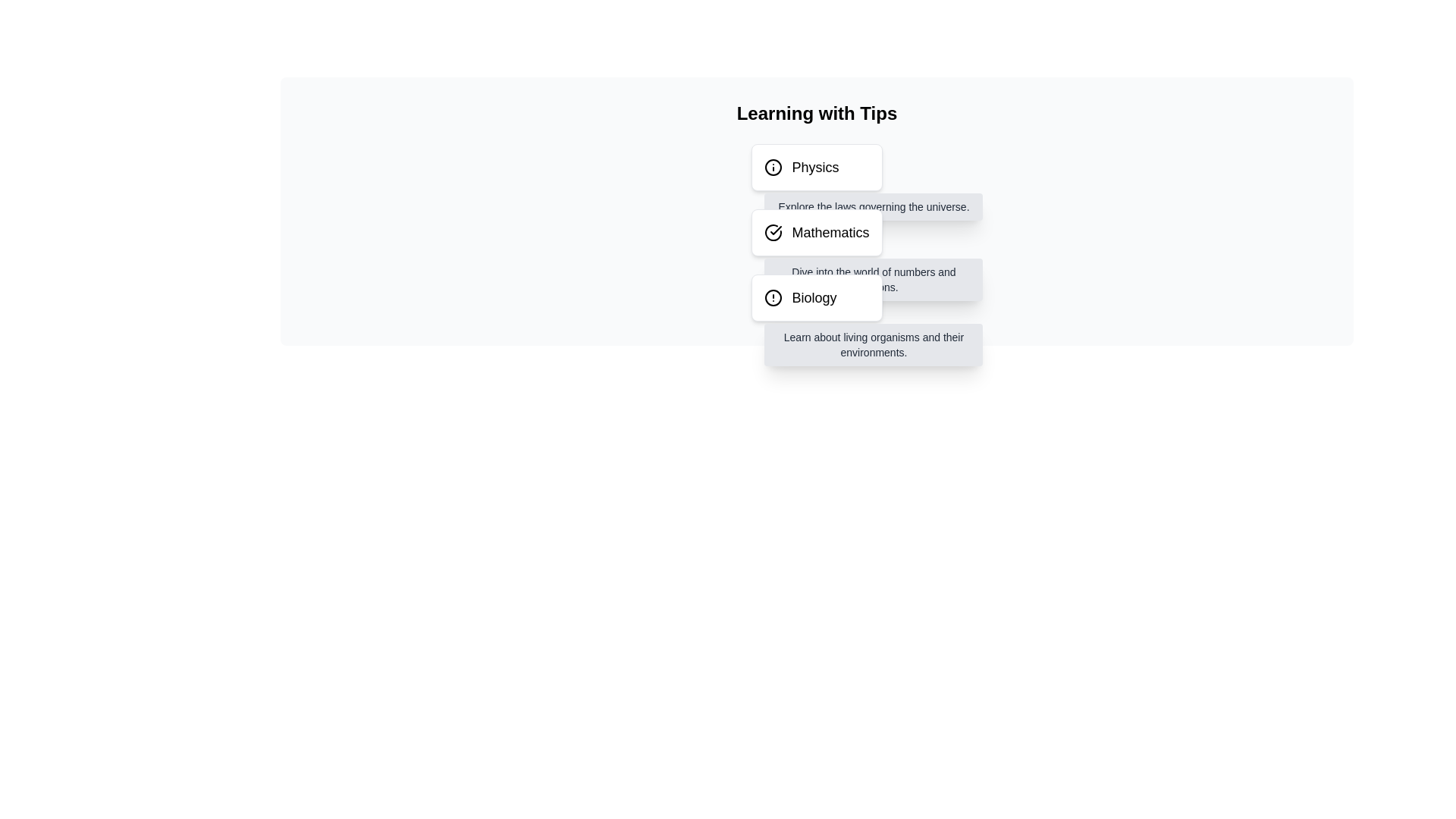 The width and height of the screenshot is (1456, 819). Describe the element at coordinates (874, 207) in the screenshot. I see `text label that displays 'Explore the laws governing the universe.' positioned below the 'Physics' button` at that location.